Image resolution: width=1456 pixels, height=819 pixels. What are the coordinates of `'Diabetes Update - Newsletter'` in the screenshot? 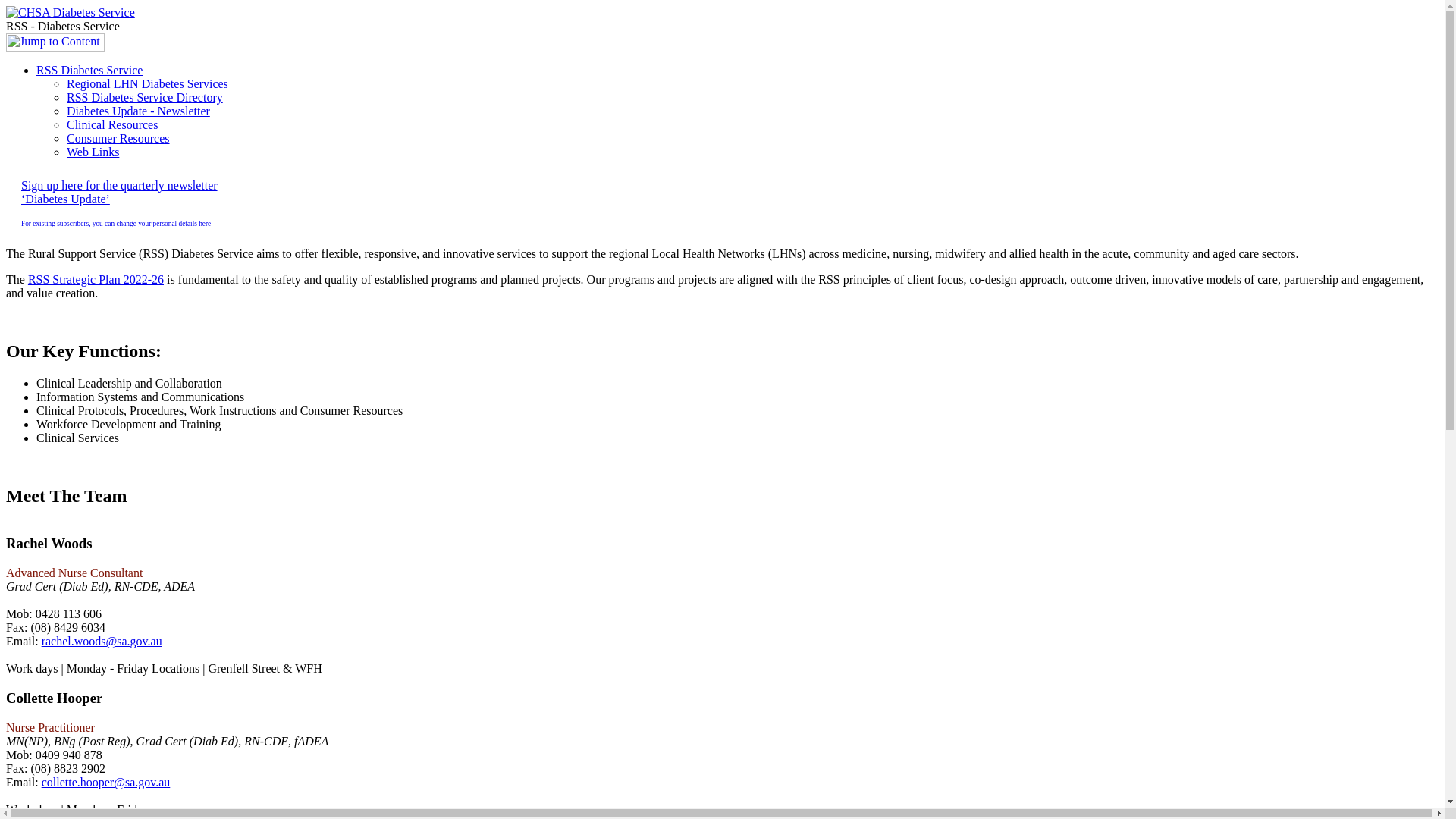 It's located at (138, 110).